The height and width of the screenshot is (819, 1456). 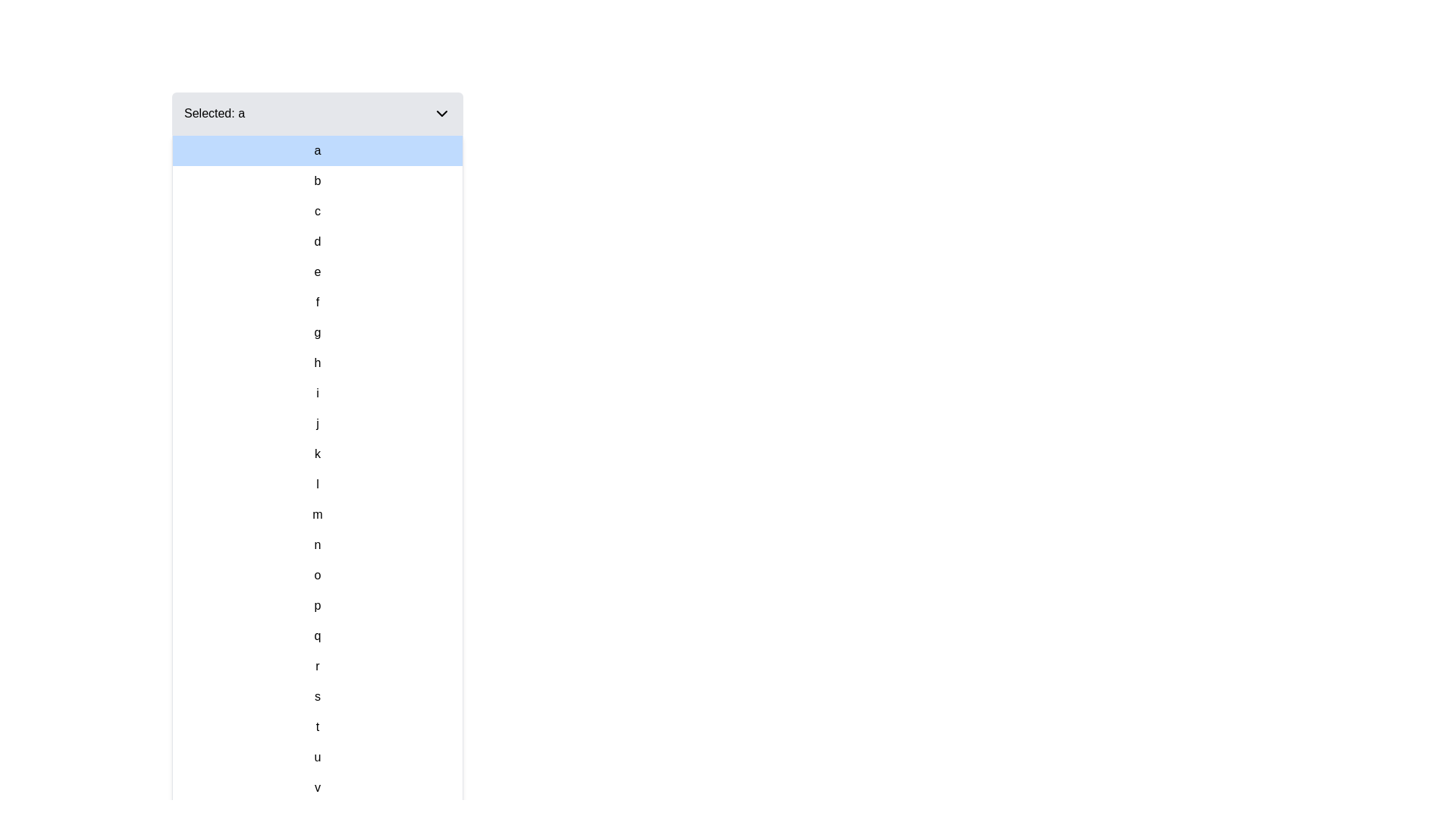 I want to click on to select the character 'f' from the dropdown list, which is the sixth item in the list between 'e' and 'g', so click(x=316, y=302).